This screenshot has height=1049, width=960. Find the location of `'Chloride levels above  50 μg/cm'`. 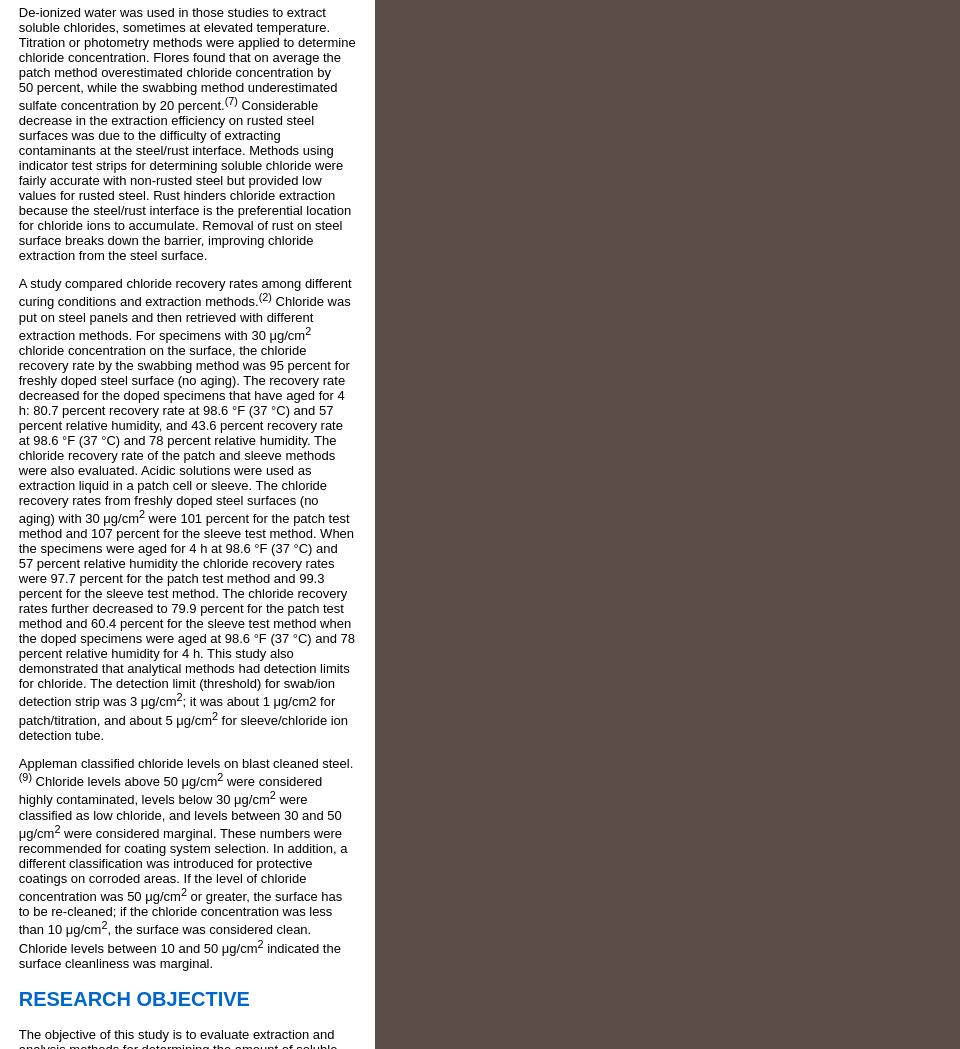

'Chloride levels above  50 μg/cm' is located at coordinates (123, 781).